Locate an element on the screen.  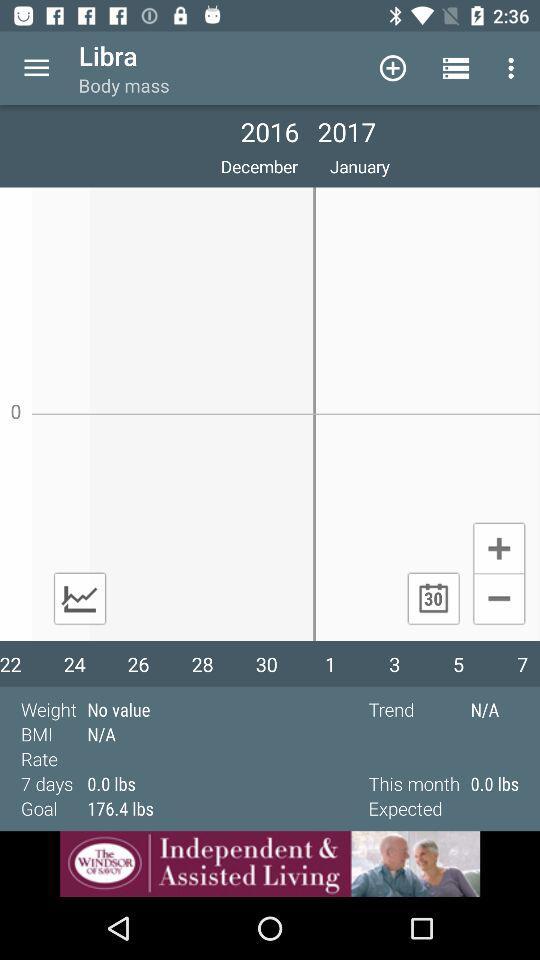
open advertisement is located at coordinates (270, 863).